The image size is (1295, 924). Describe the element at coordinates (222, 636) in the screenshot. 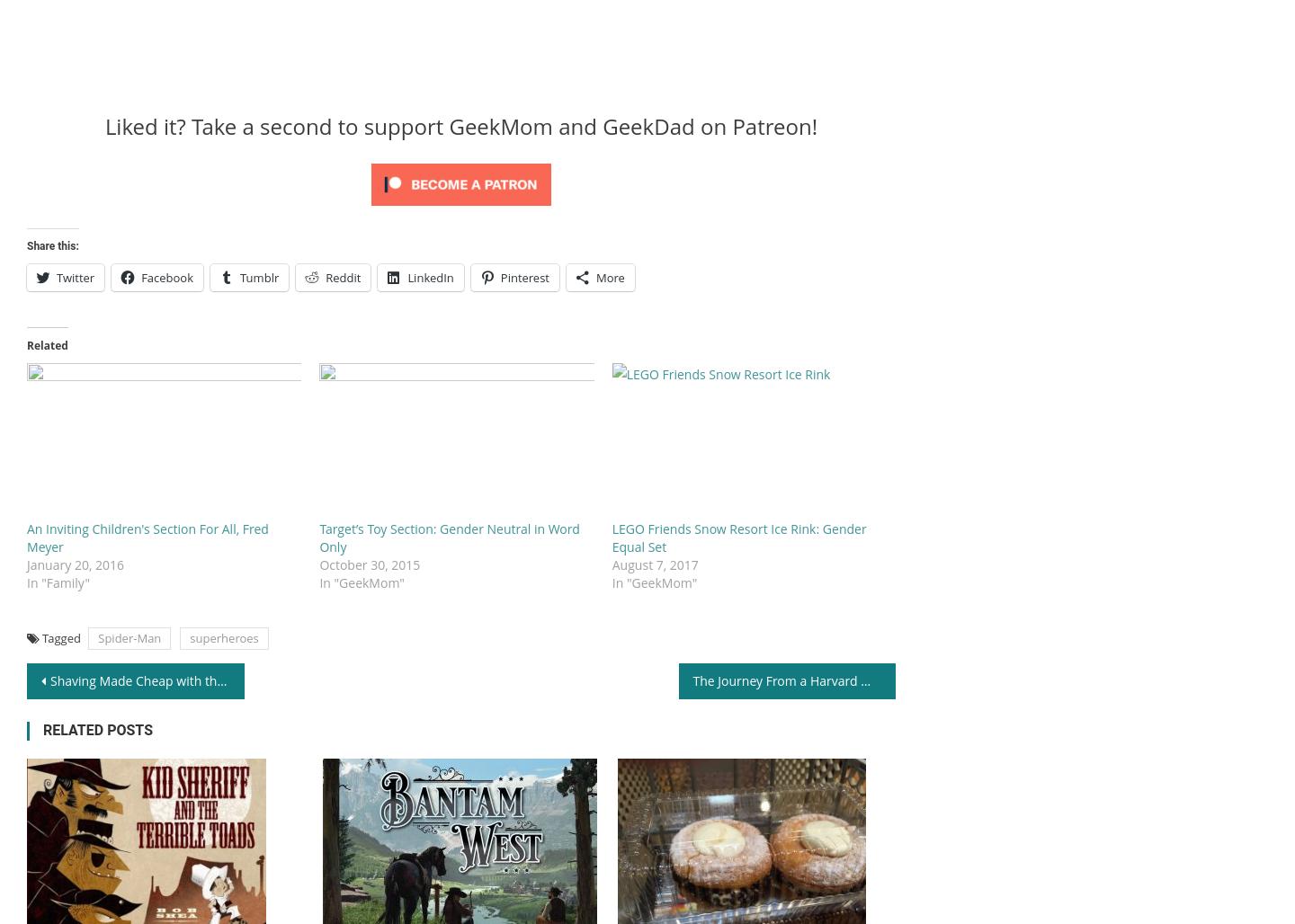

I see `'superheroes'` at that location.